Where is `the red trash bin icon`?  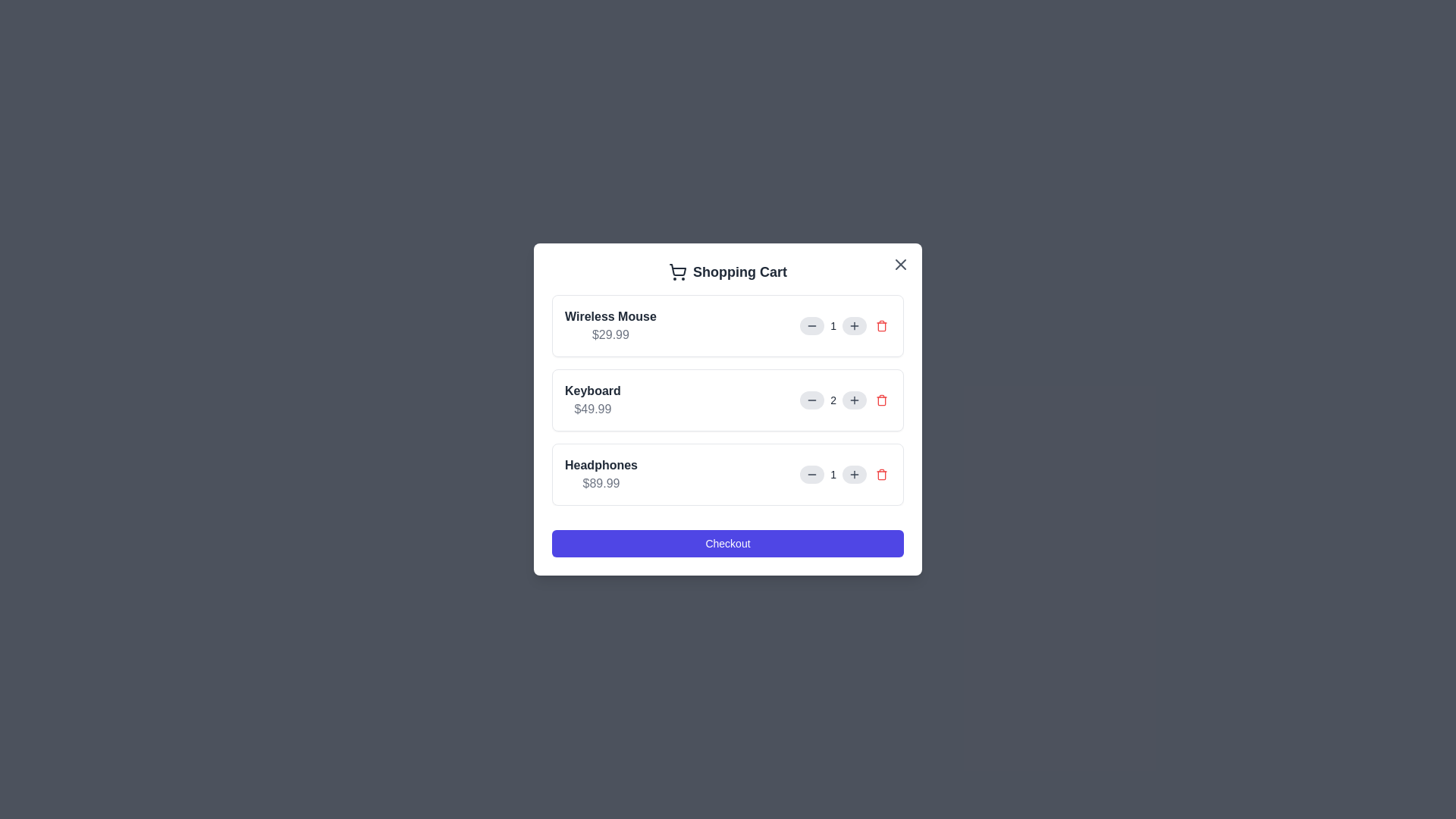
the red trash bin icon is located at coordinates (881, 400).